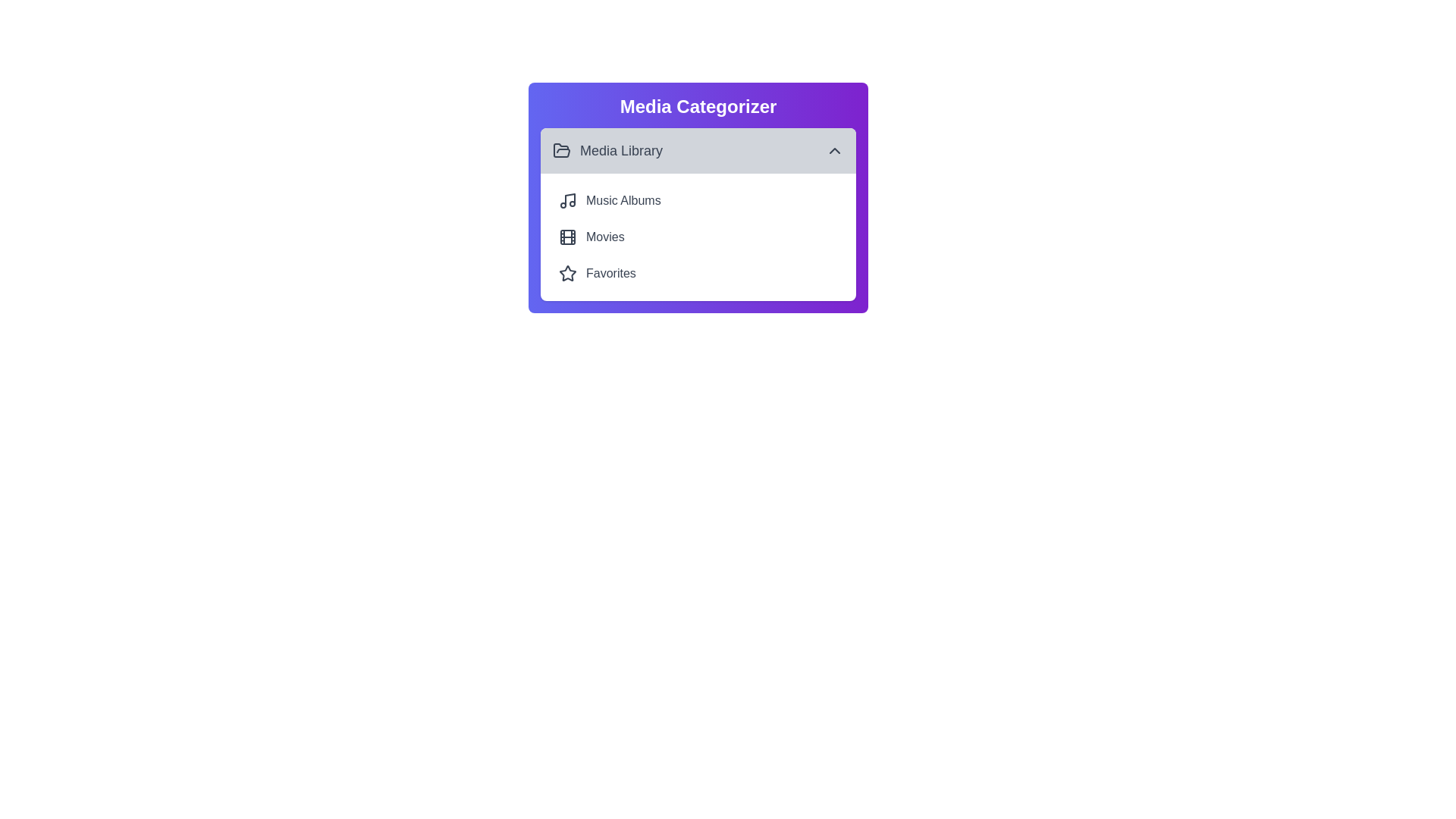 This screenshot has width=1456, height=819. I want to click on the menu item Favorites to trigger its hover effect, so click(698, 274).